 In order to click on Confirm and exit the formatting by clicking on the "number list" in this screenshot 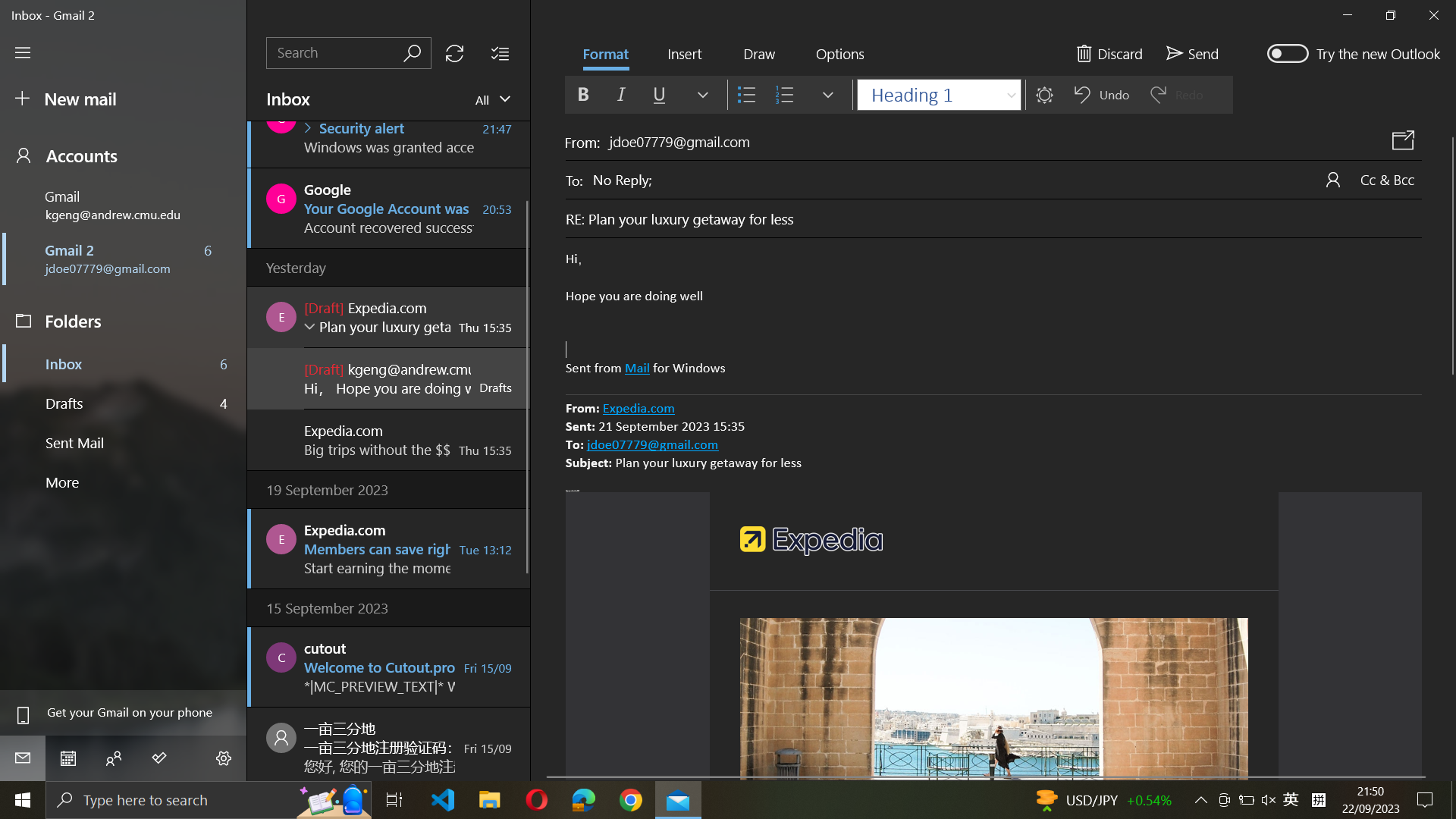, I will do `click(993, 314)`.